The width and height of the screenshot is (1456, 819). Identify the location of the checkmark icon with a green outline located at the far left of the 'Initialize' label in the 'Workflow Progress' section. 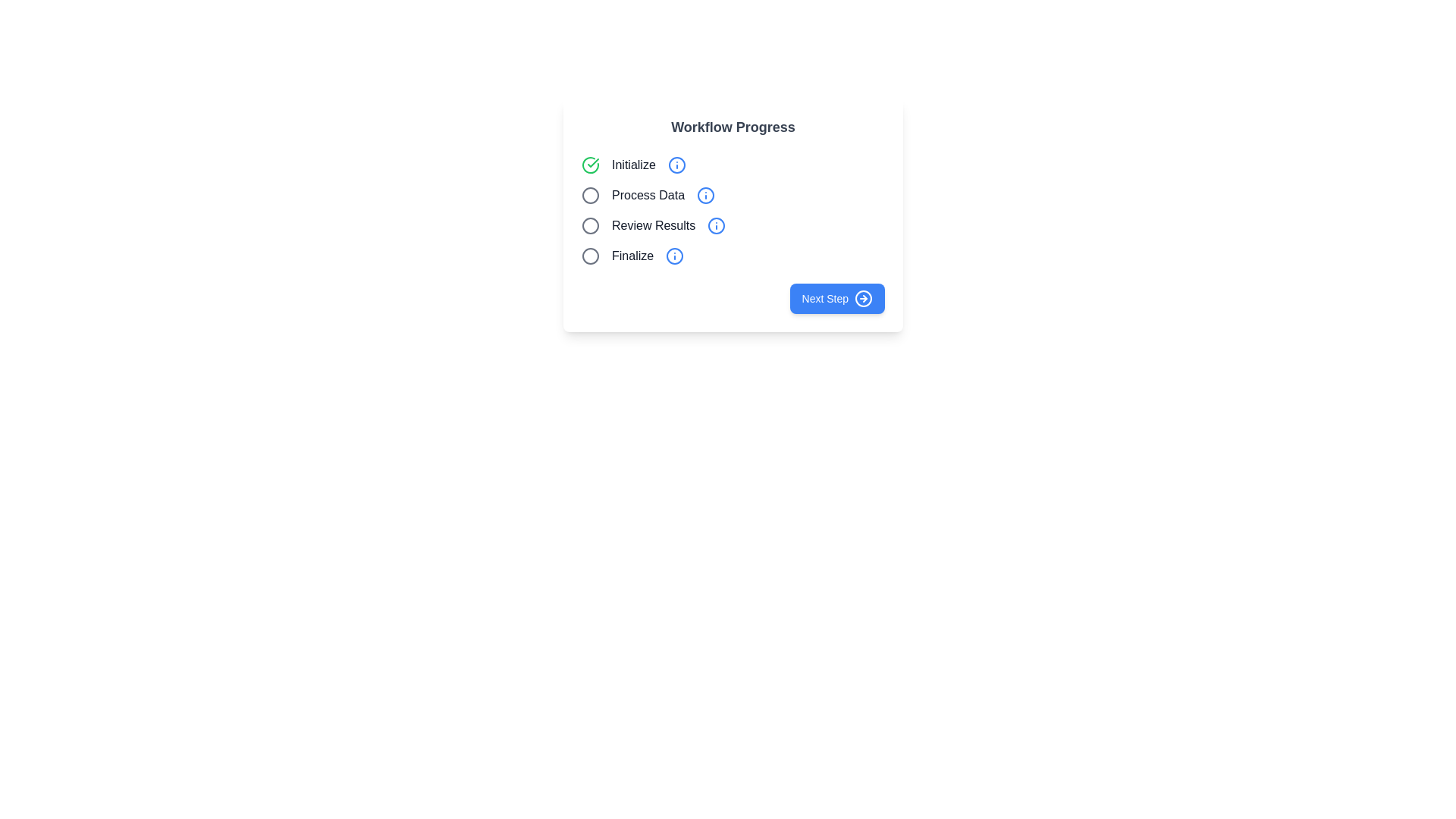
(592, 163).